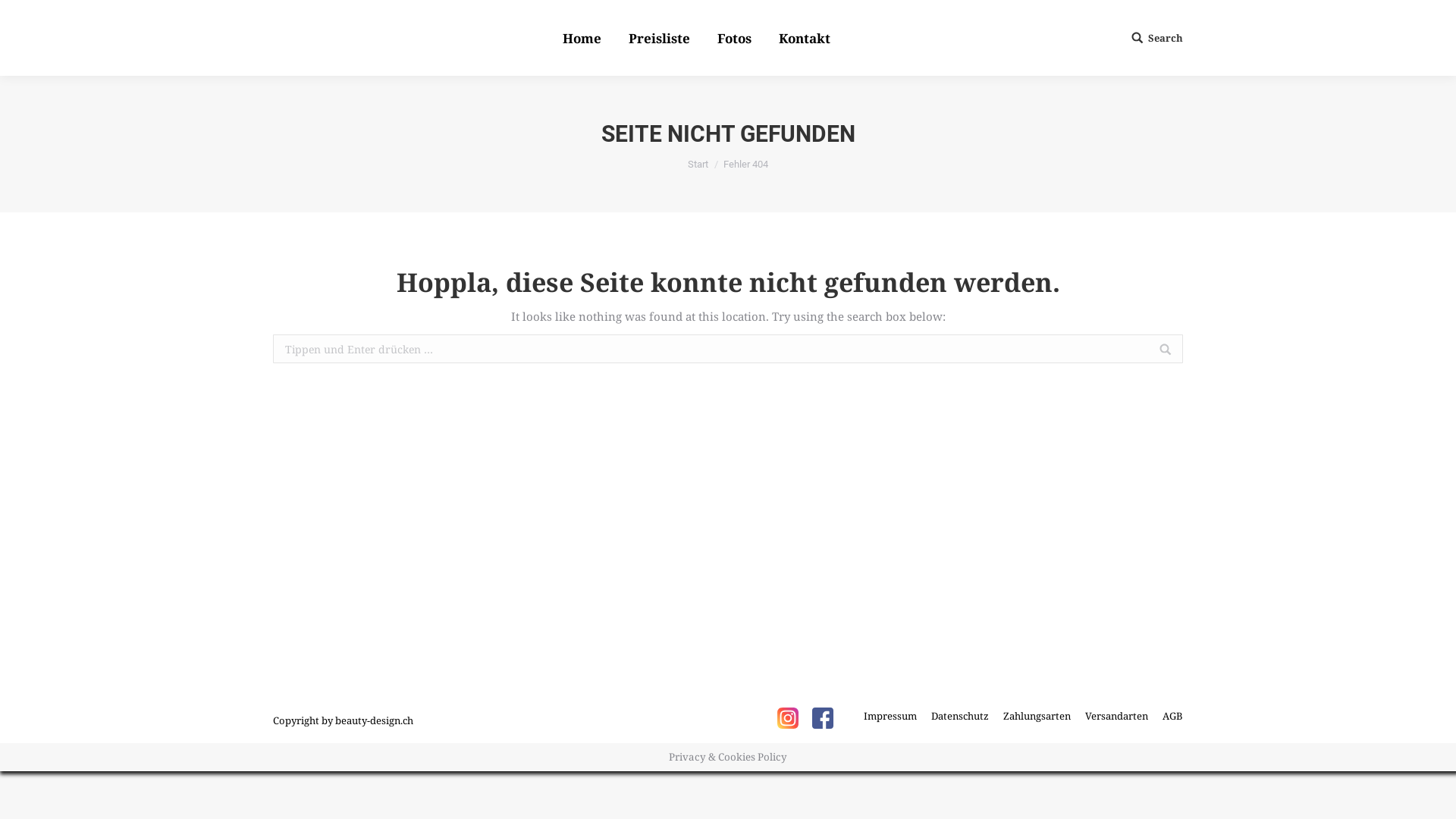 Image resolution: width=1456 pixels, height=819 pixels. I want to click on 'AGB', so click(1172, 716).